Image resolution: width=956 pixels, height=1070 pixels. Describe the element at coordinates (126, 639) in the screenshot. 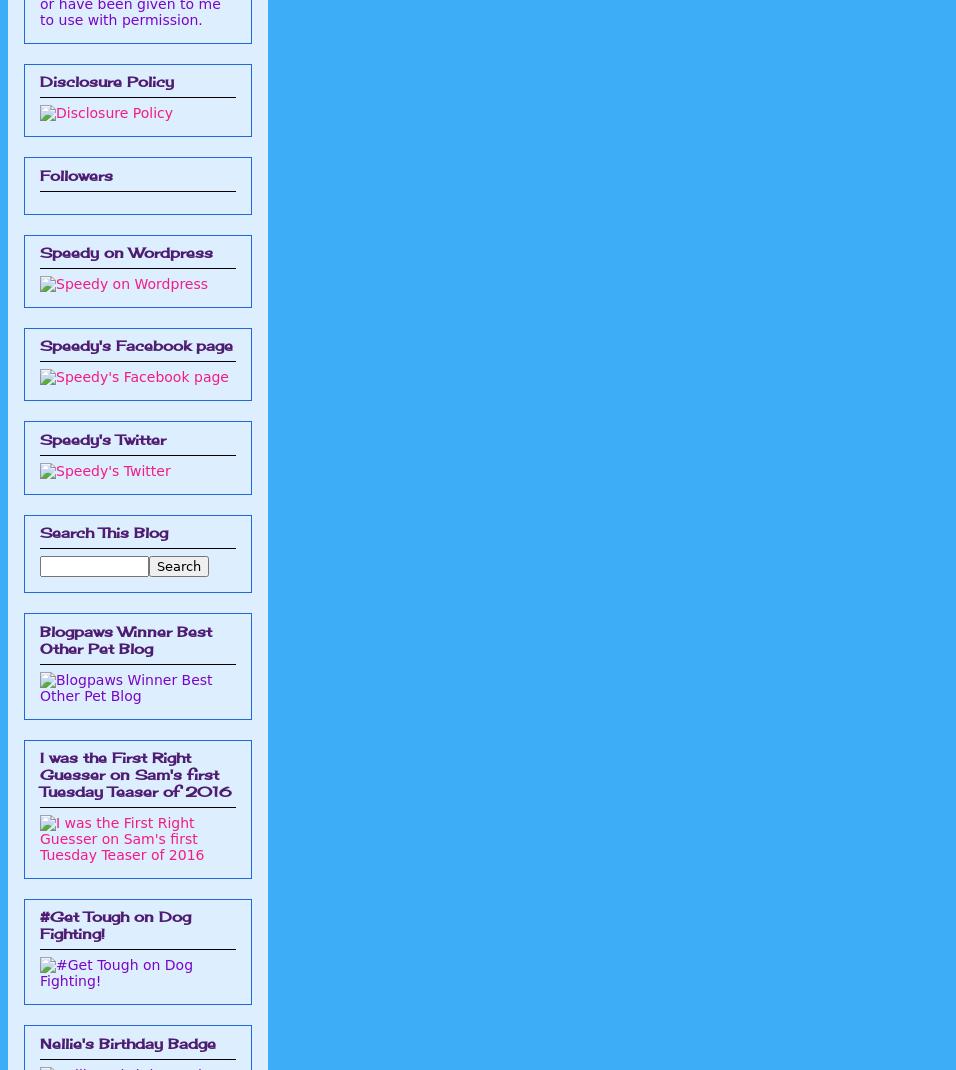

I see `'Blogpaws Winner Best Other Pet Blog'` at that location.